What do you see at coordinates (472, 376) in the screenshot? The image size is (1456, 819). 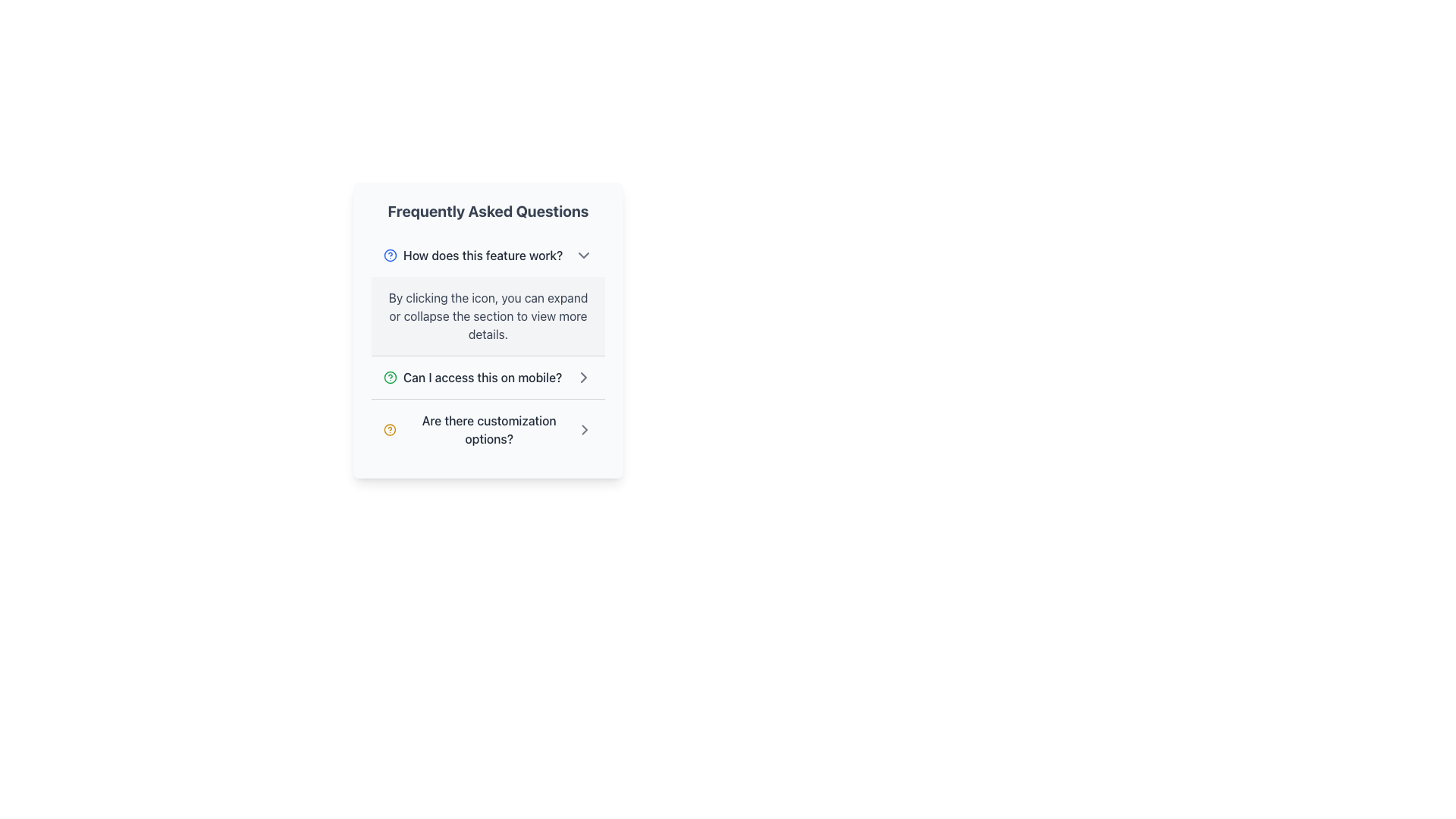 I see `the second question in the FAQ section, styled with a black, medium-weight font and preceded by a green circular help icon` at bounding box center [472, 376].